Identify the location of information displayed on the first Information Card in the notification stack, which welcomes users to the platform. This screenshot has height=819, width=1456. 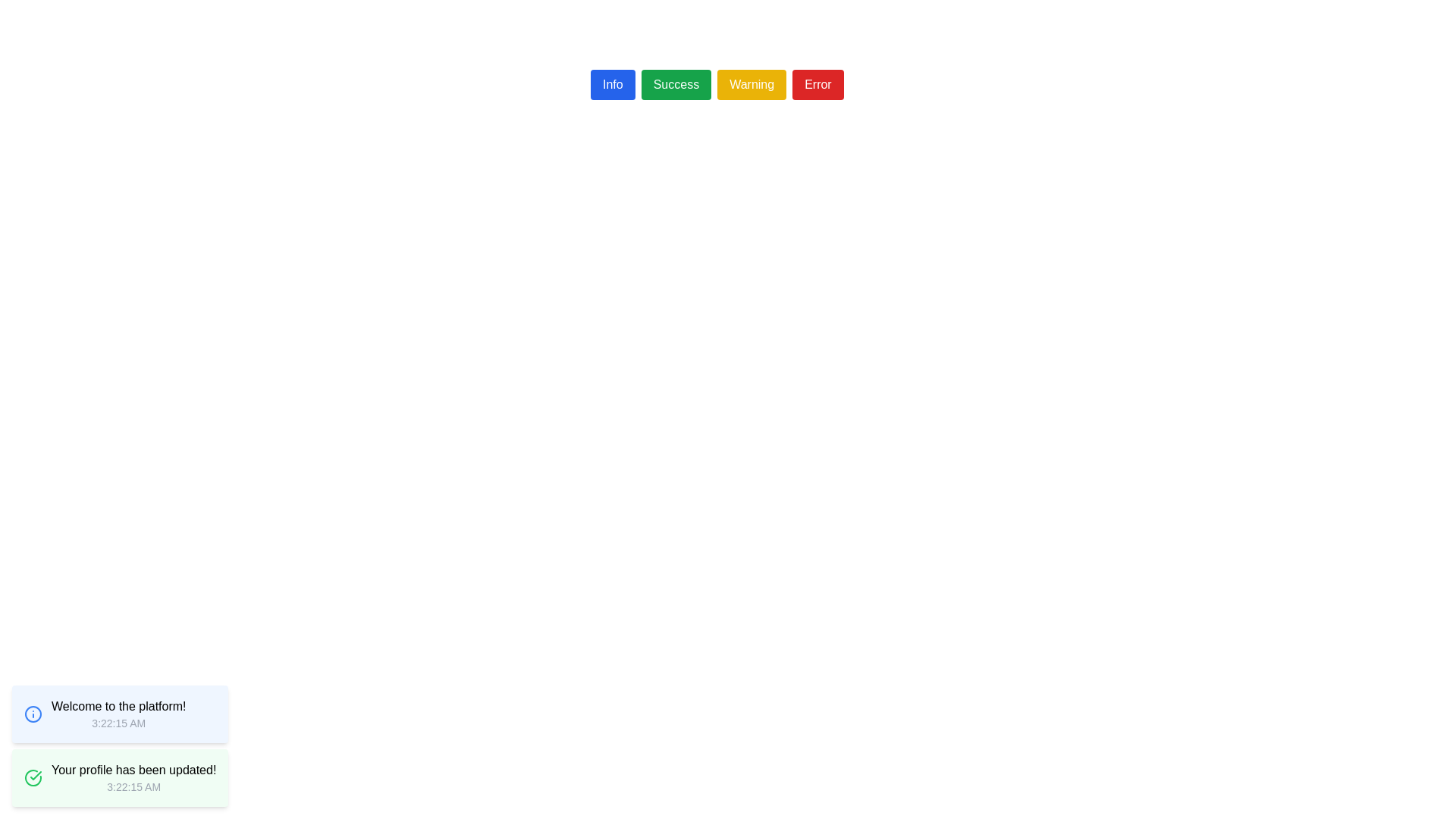
(119, 714).